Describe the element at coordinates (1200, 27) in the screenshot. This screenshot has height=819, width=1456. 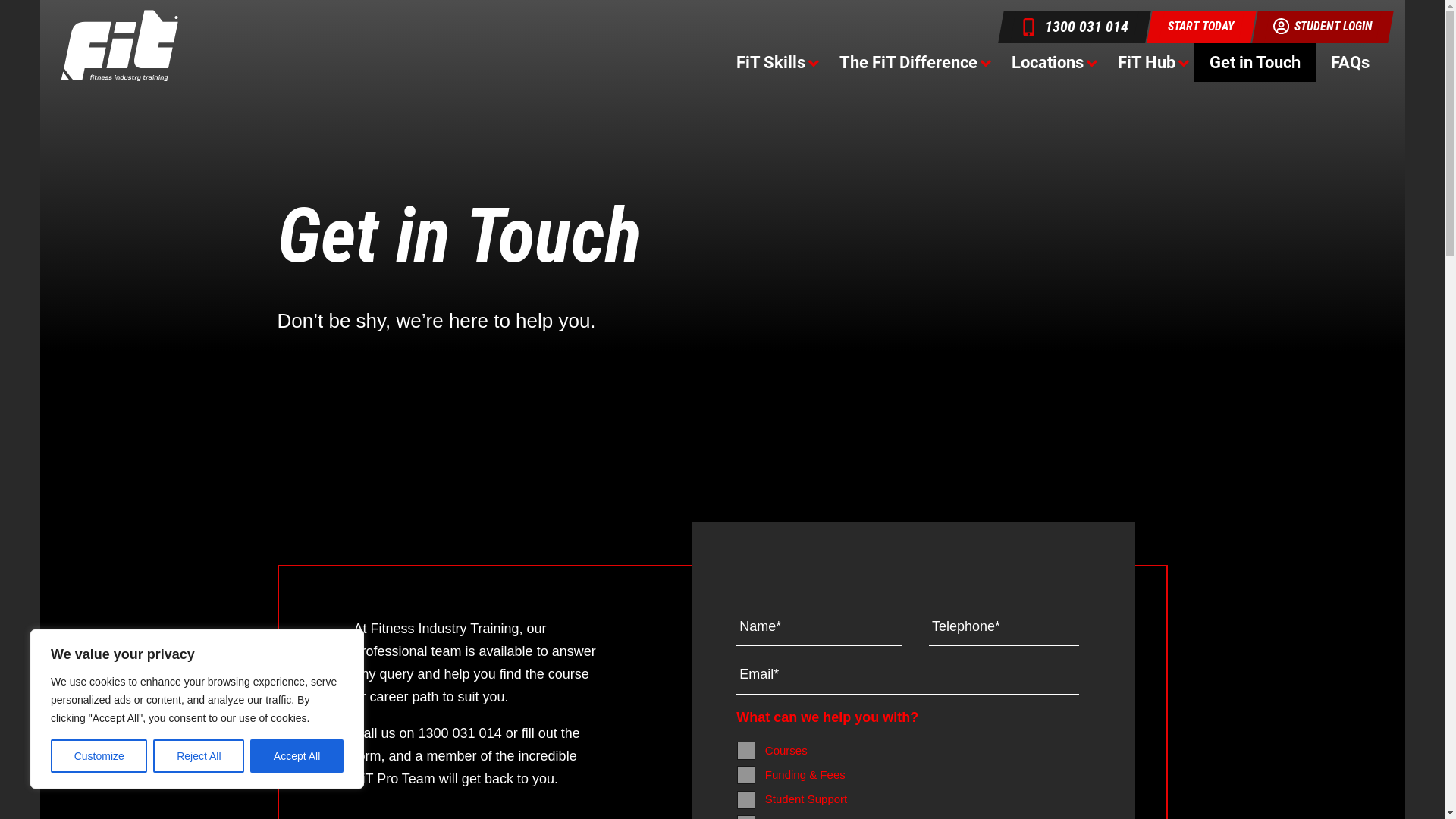
I see `'START TODAY'` at that location.